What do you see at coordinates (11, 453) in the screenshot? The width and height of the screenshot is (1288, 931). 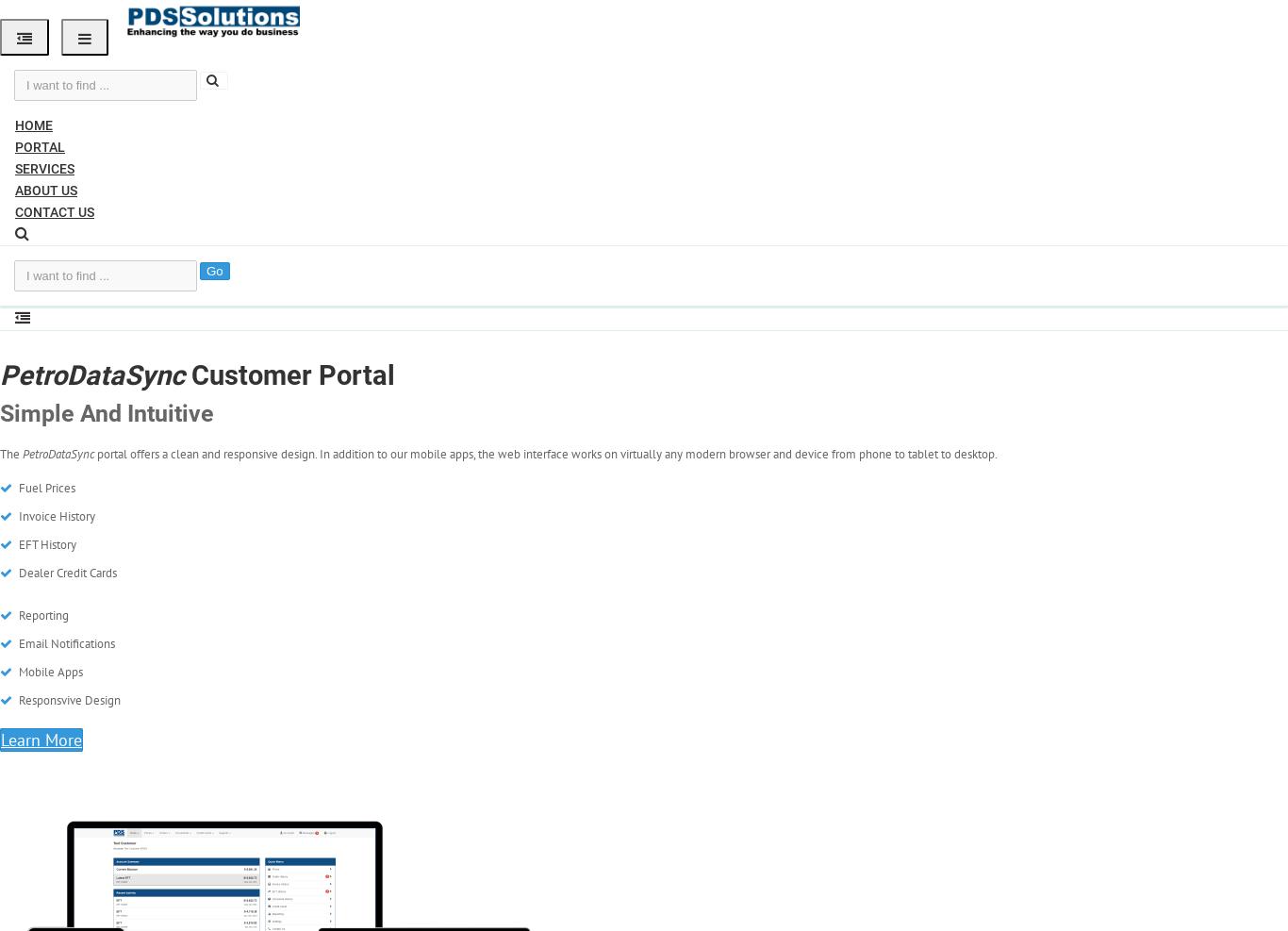 I see `'The'` at bounding box center [11, 453].